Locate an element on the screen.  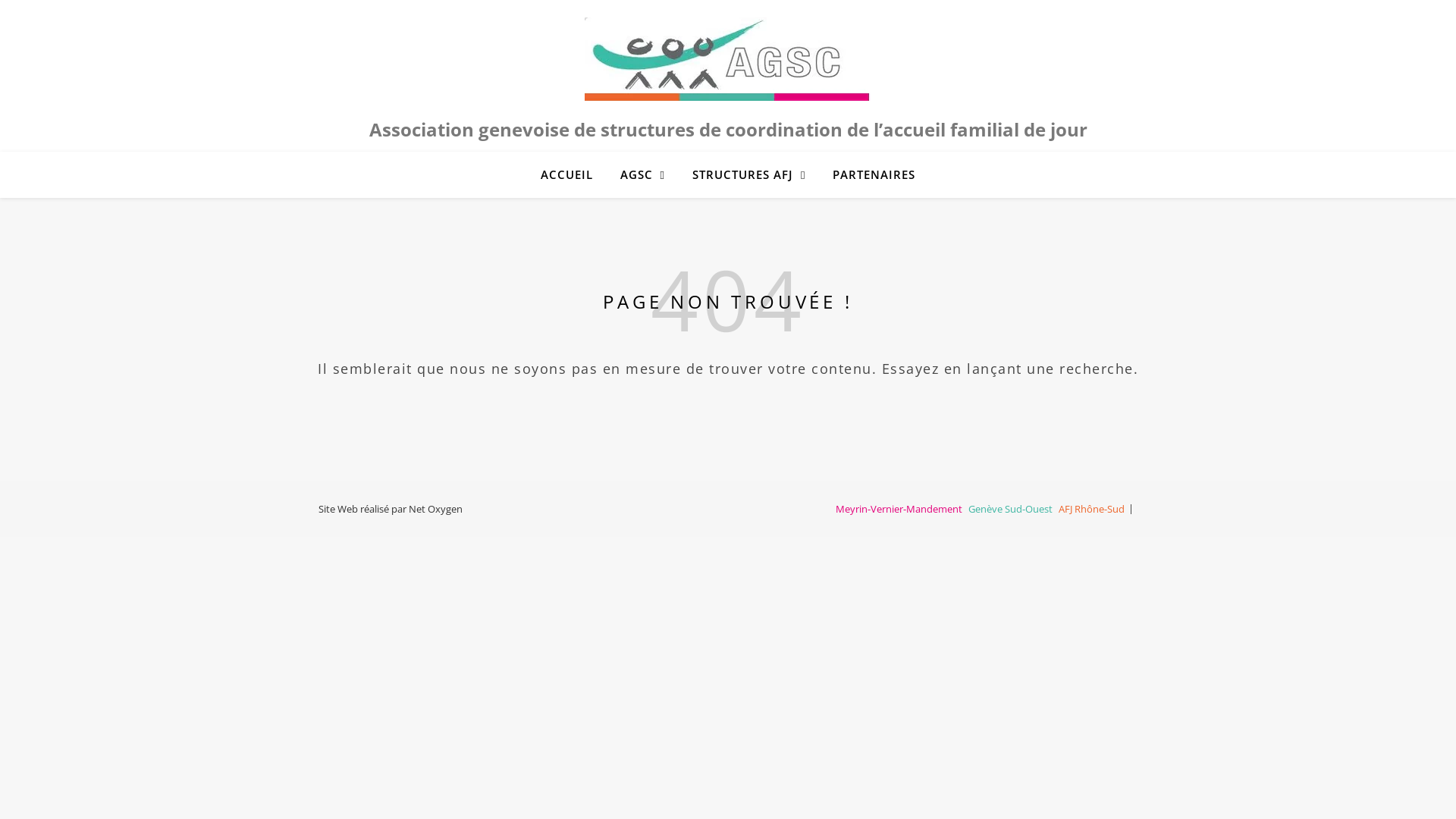
'AGSC' is located at coordinates (642, 174).